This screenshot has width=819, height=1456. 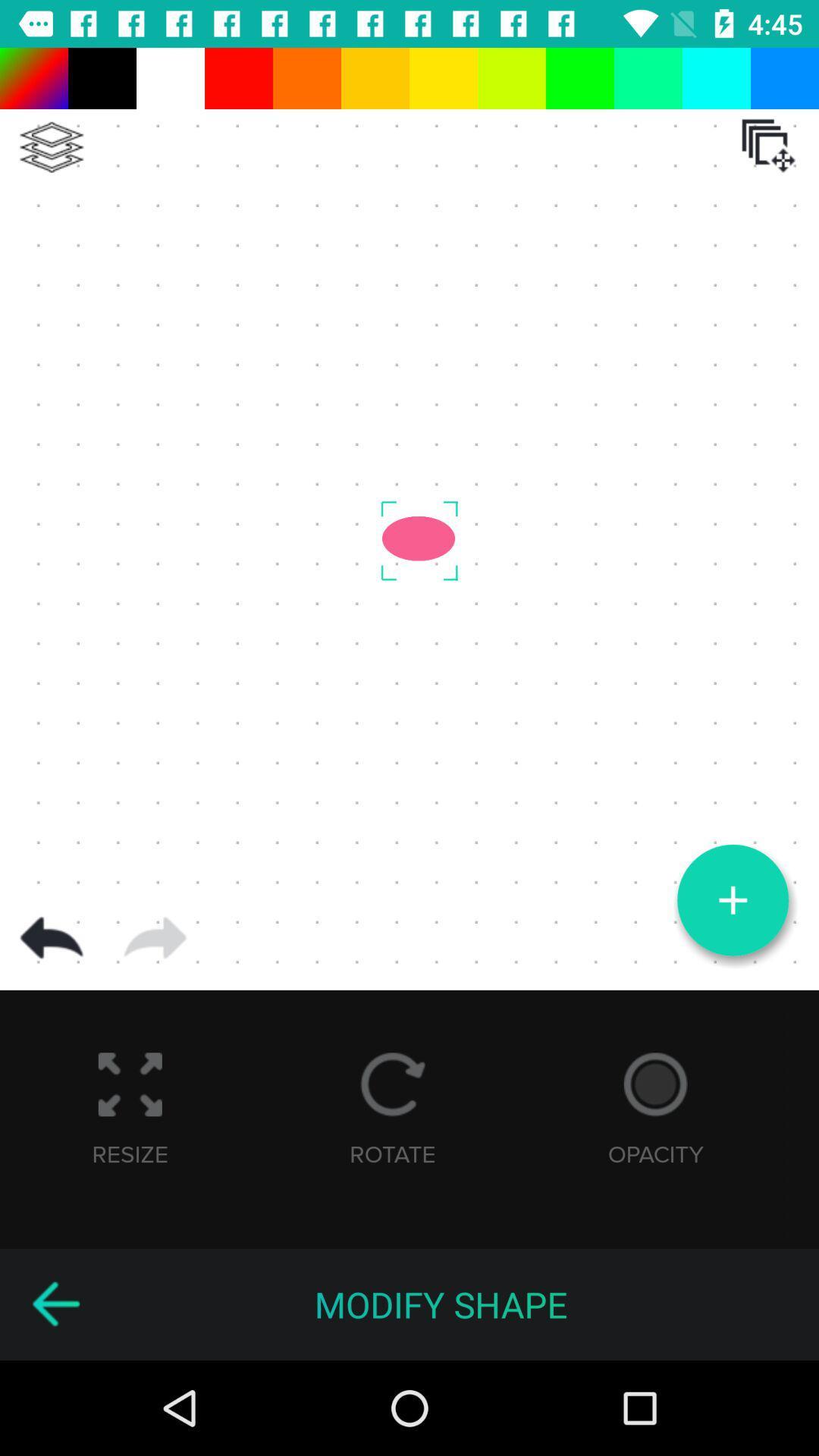 I want to click on next, so click(x=155, y=937).